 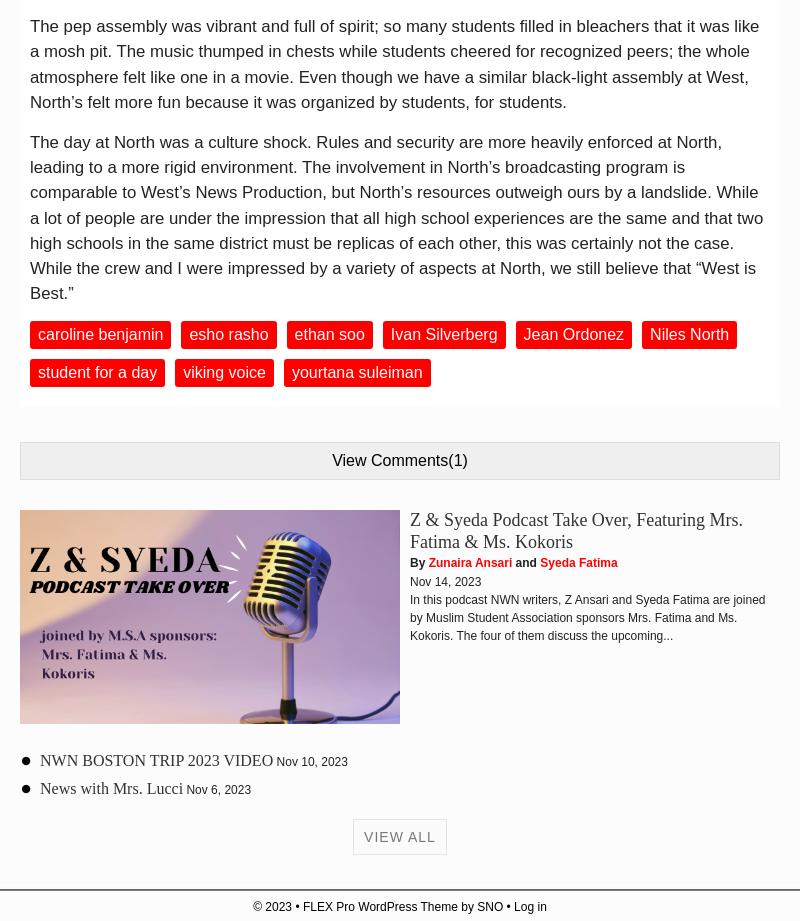 What do you see at coordinates (100, 334) in the screenshot?
I see `'caroline benjamin'` at bounding box center [100, 334].